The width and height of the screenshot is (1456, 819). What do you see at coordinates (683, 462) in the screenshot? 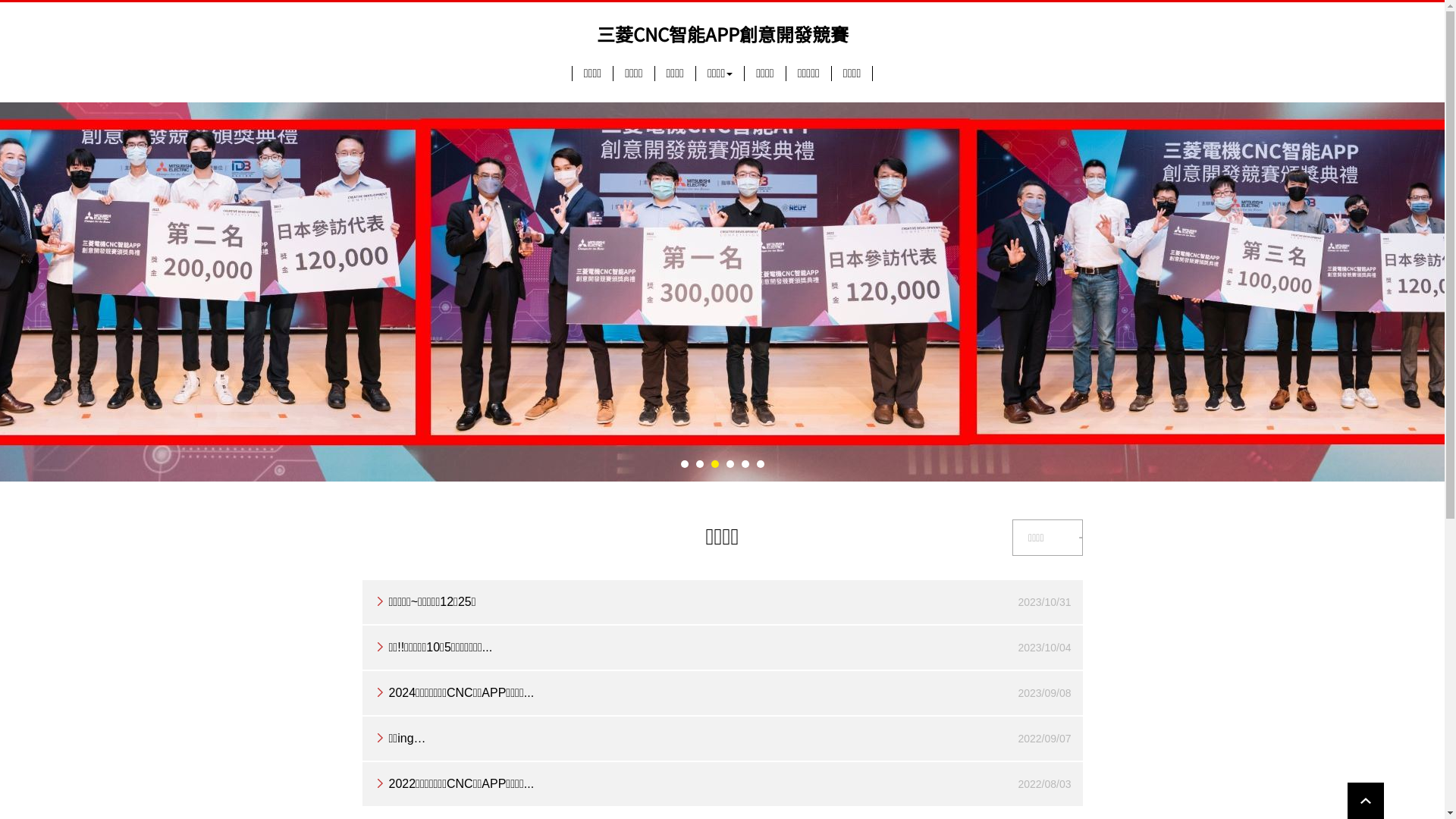
I see `'1'` at bounding box center [683, 462].